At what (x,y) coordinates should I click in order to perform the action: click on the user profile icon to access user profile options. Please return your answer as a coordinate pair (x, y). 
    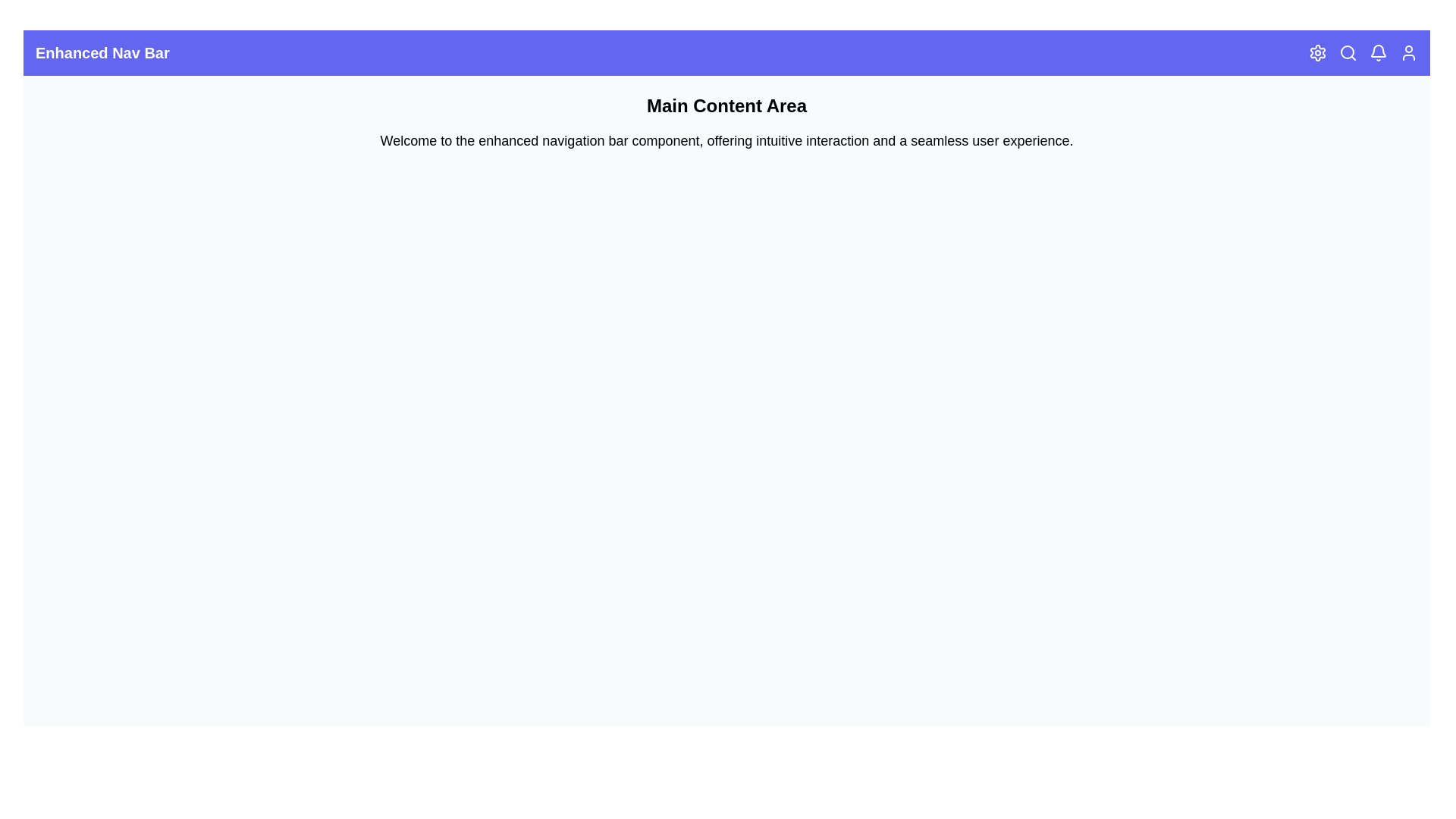
    Looking at the image, I should click on (1407, 52).